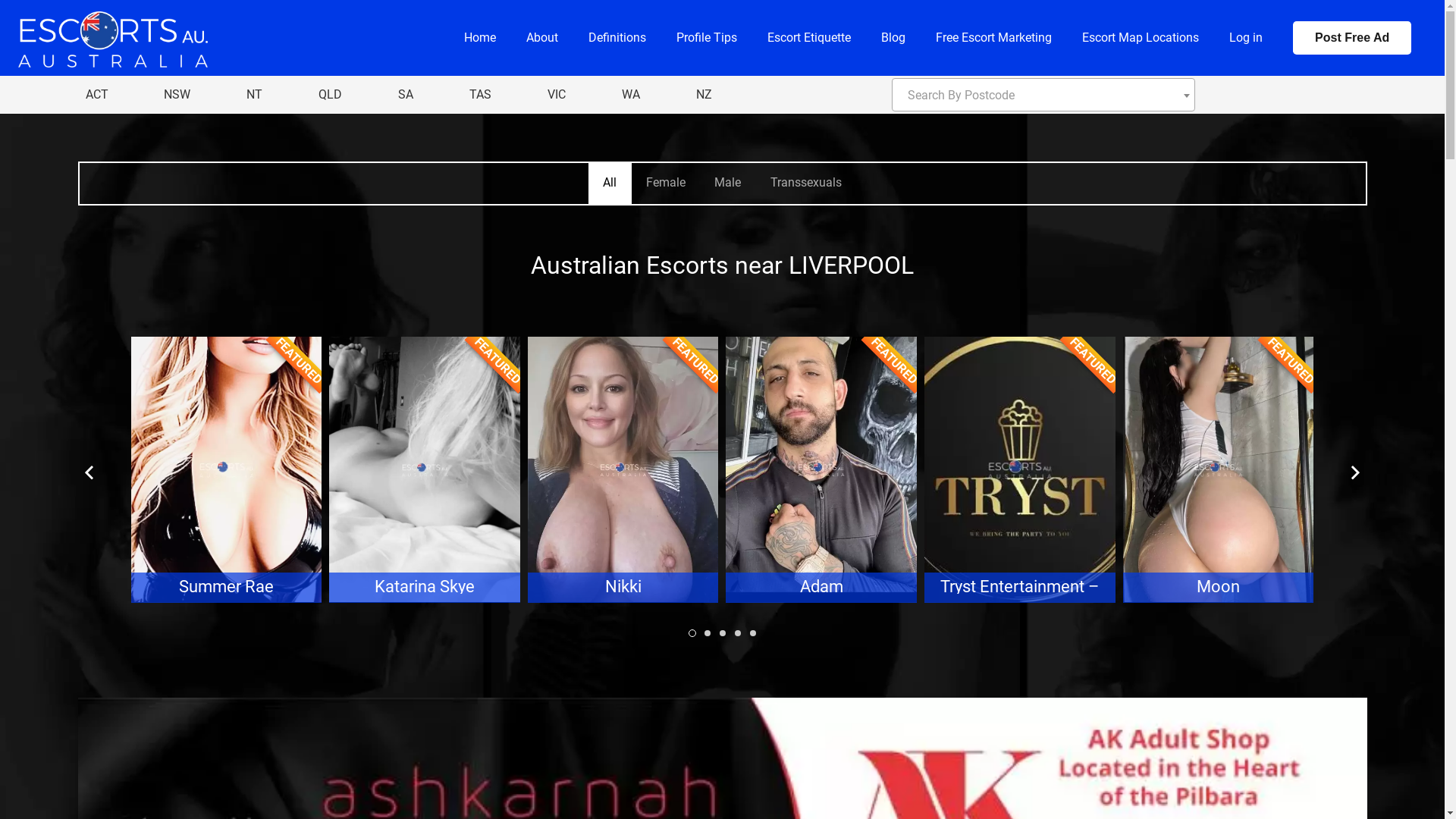 The width and height of the screenshot is (1456, 819). Describe the element at coordinates (617, 37) in the screenshot. I see `'Definitions'` at that location.